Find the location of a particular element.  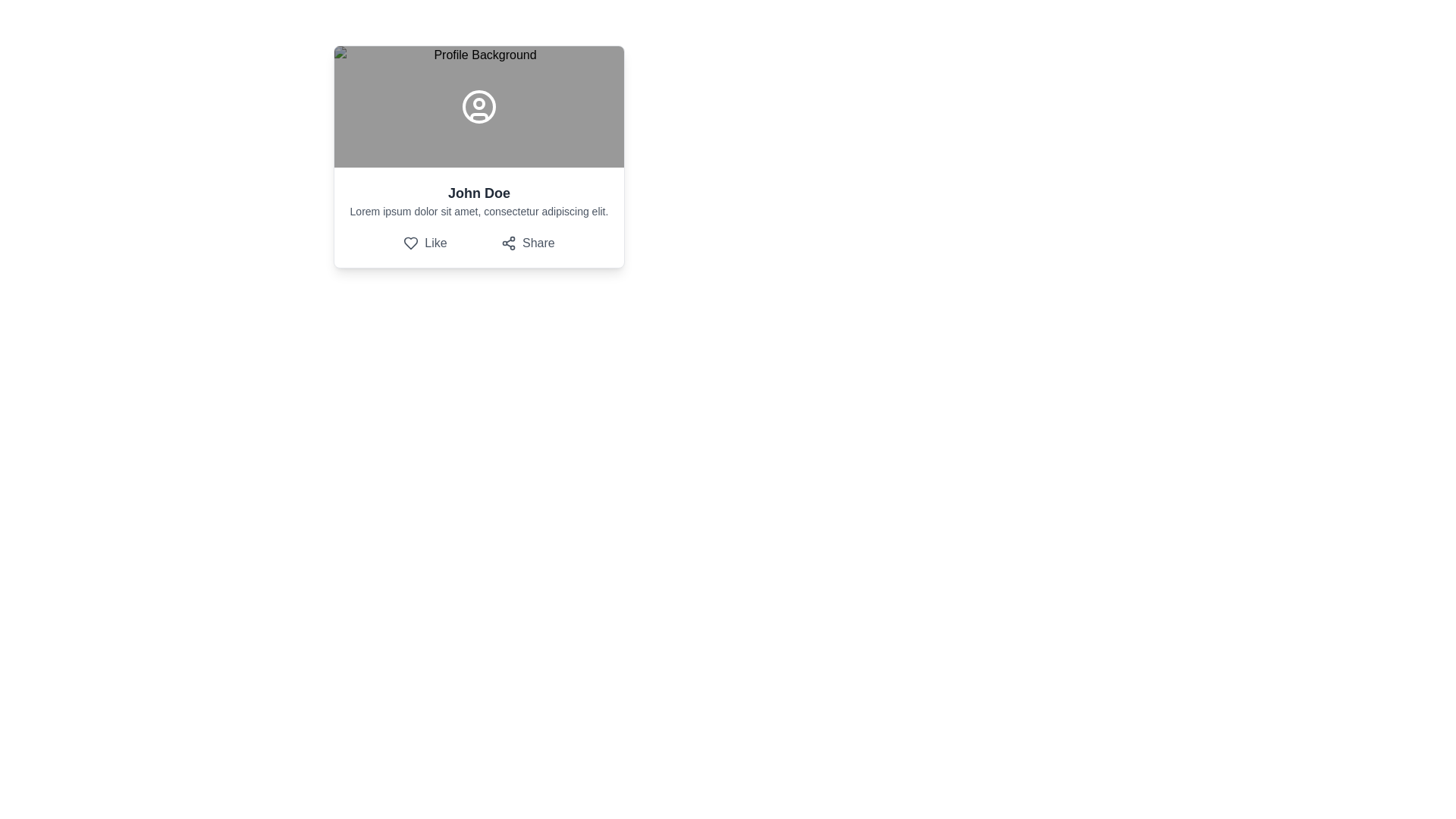

the 'Share' button located to the right of the 'Like' button in the button group at the bottom of the profile card is located at coordinates (528, 242).